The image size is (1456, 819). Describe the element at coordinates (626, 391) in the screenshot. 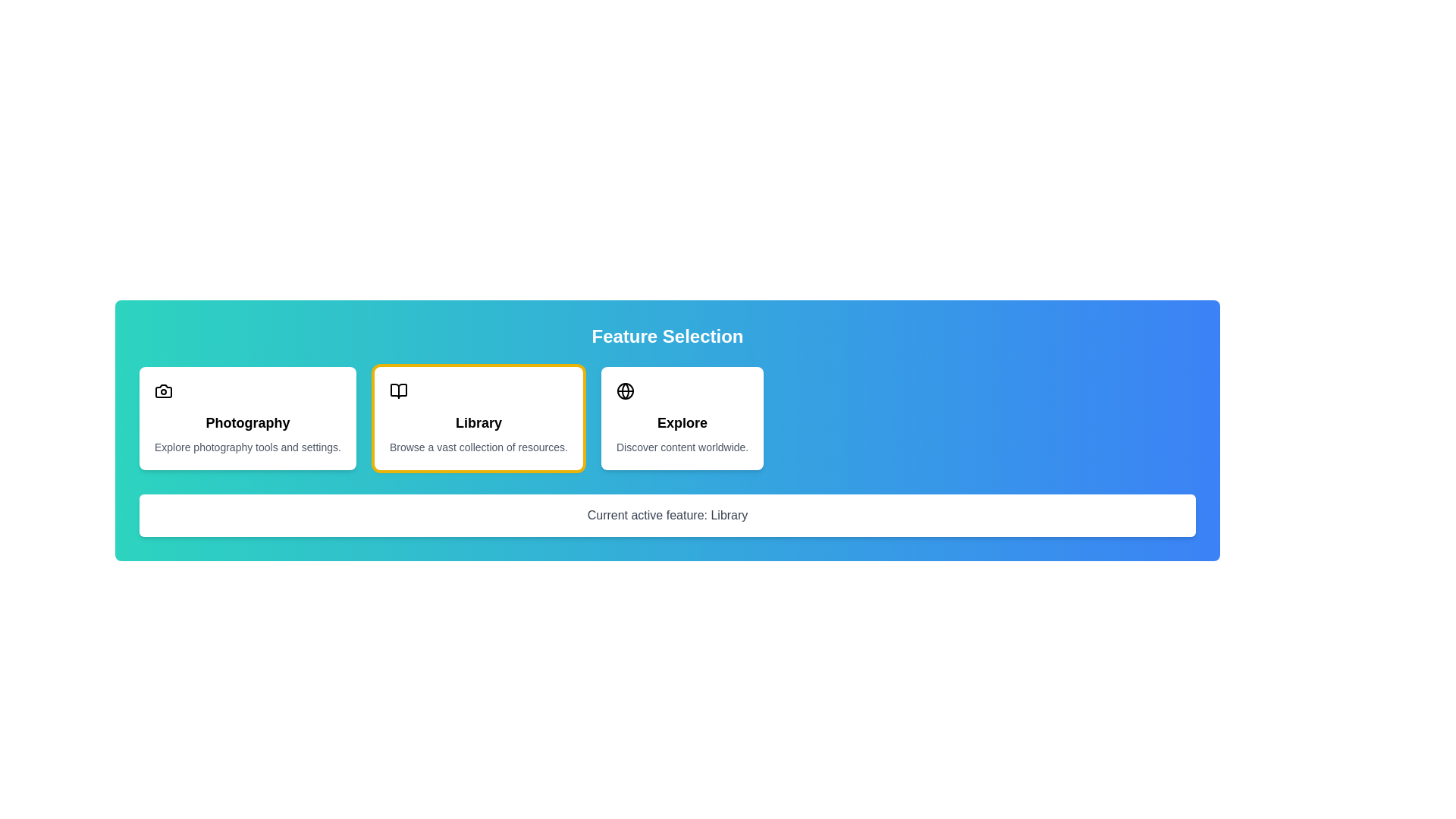

I see `the circular SVG graphic element that is centrally located within the graphical globe icon, which is situated above the 'Photography' option in the feature selection interface` at that location.